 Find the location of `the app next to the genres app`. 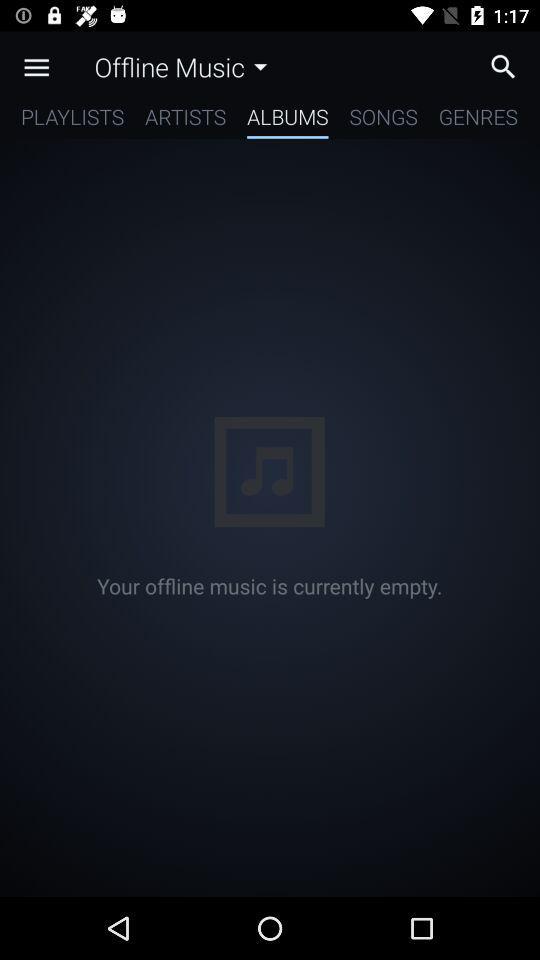

the app next to the genres app is located at coordinates (383, 120).